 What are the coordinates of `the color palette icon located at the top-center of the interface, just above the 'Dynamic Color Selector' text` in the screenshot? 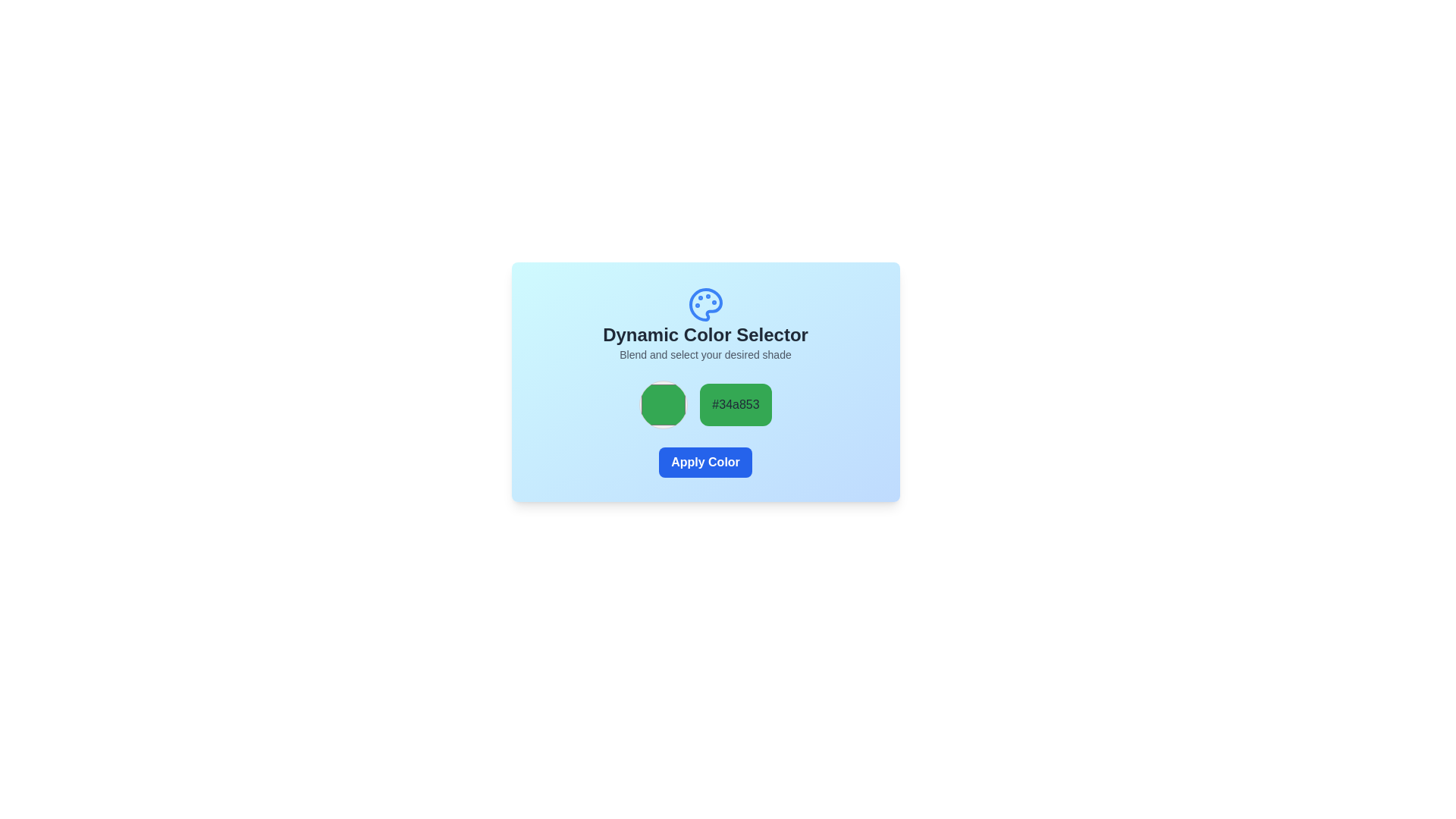 It's located at (704, 304).